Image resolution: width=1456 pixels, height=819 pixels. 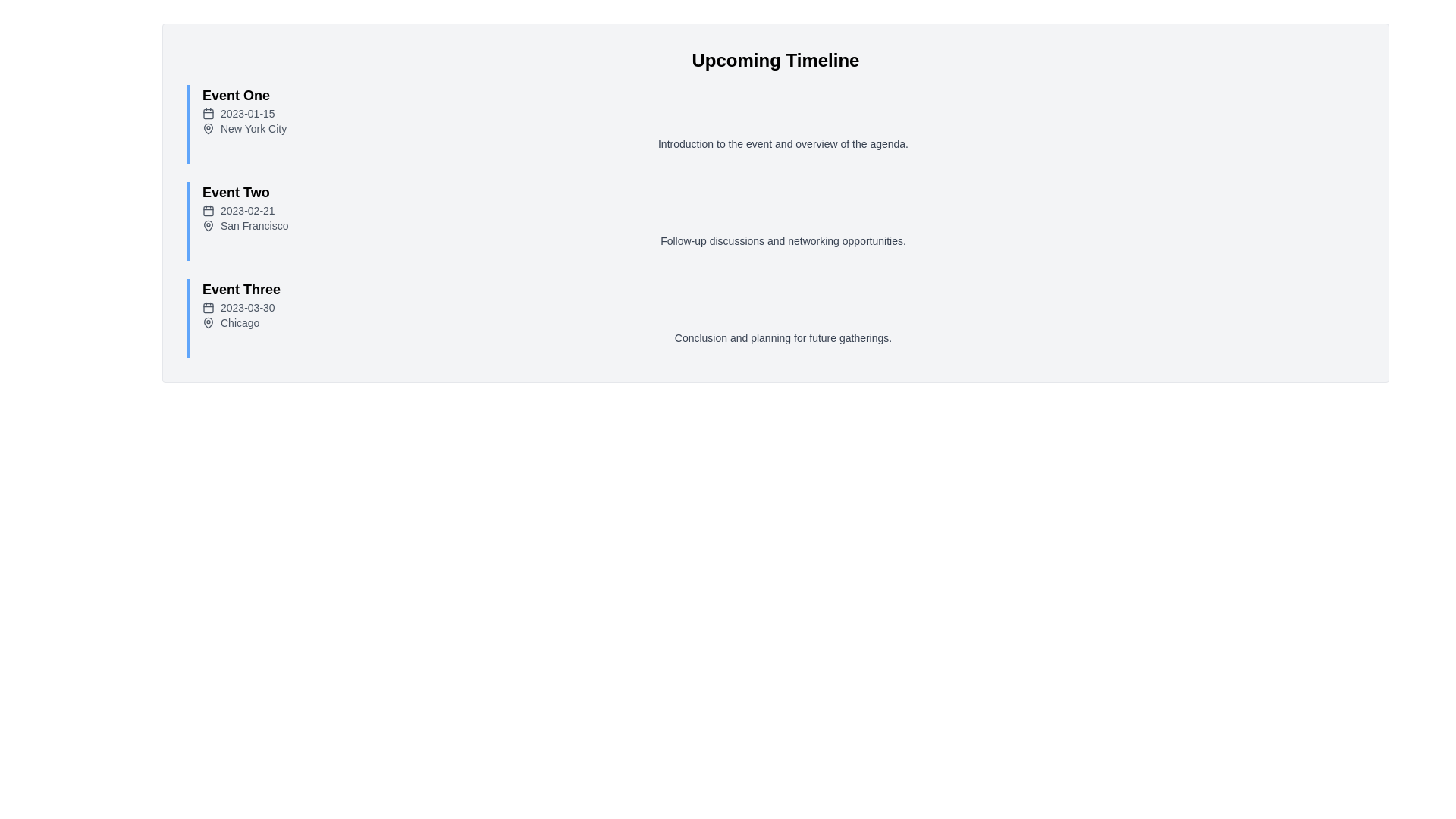 What do you see at coordinates (207, 127) in the screenshot?
I see `the SVG icon representing a map pin located in the first timeline entry titled 'Event One,' positioned to the left of 'New York City' and below '2023-01-15.'` at bounding box center [207, 127].